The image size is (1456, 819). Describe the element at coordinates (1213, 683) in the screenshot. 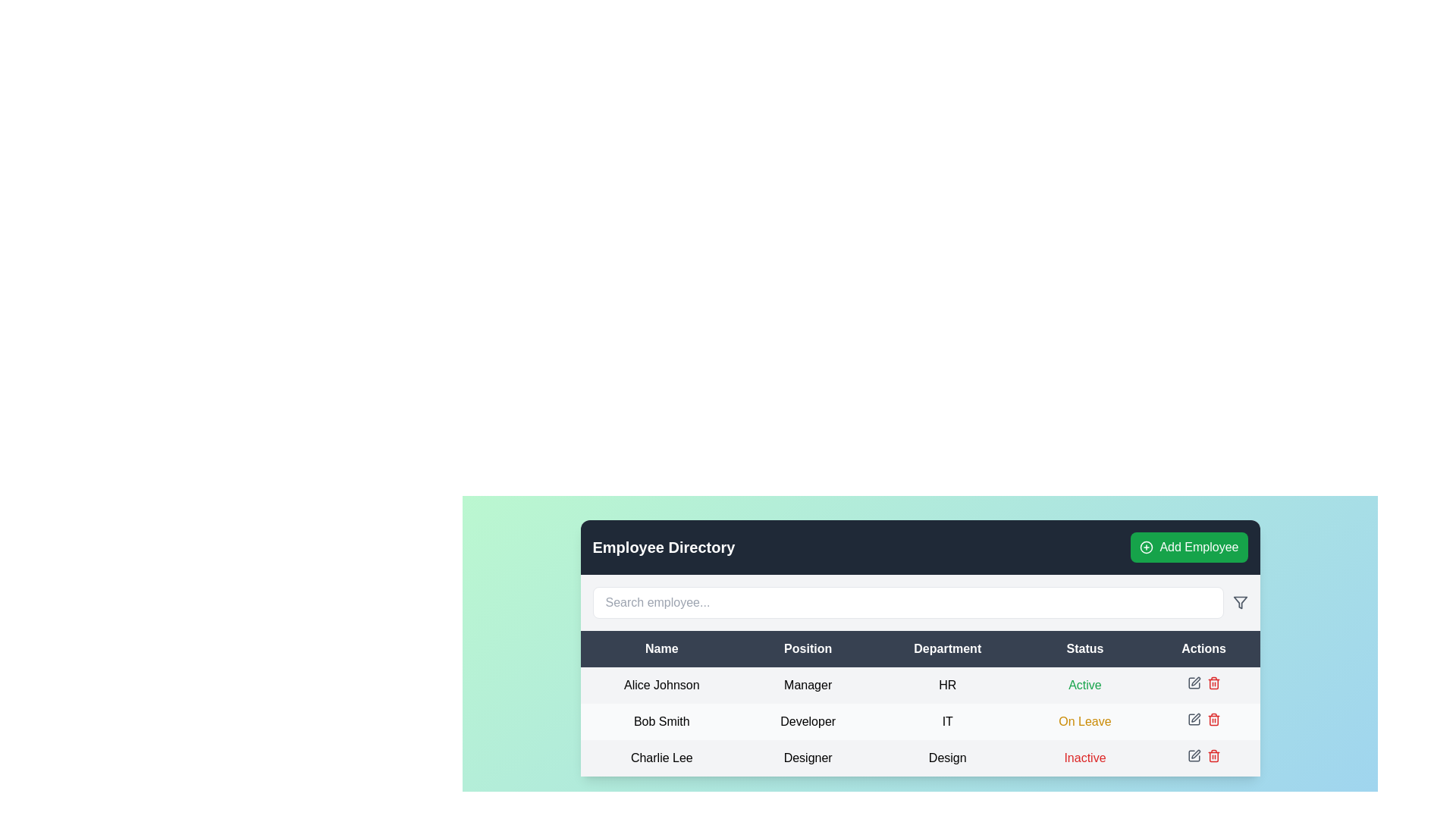

I see `the trash can icon in the 'Actions' column of the third row in the table` at that location.